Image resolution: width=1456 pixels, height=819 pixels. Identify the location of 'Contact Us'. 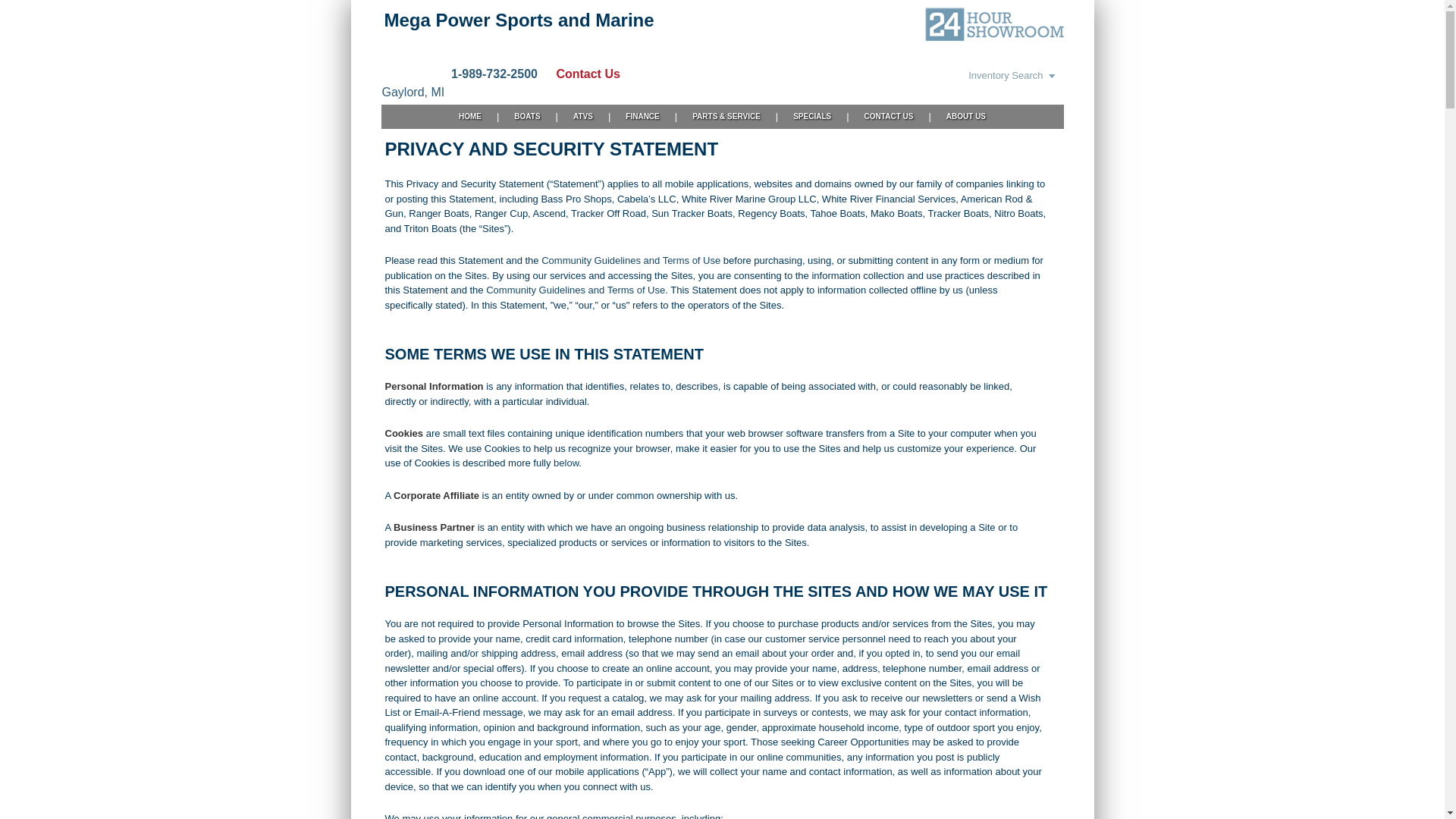
(579, 74).